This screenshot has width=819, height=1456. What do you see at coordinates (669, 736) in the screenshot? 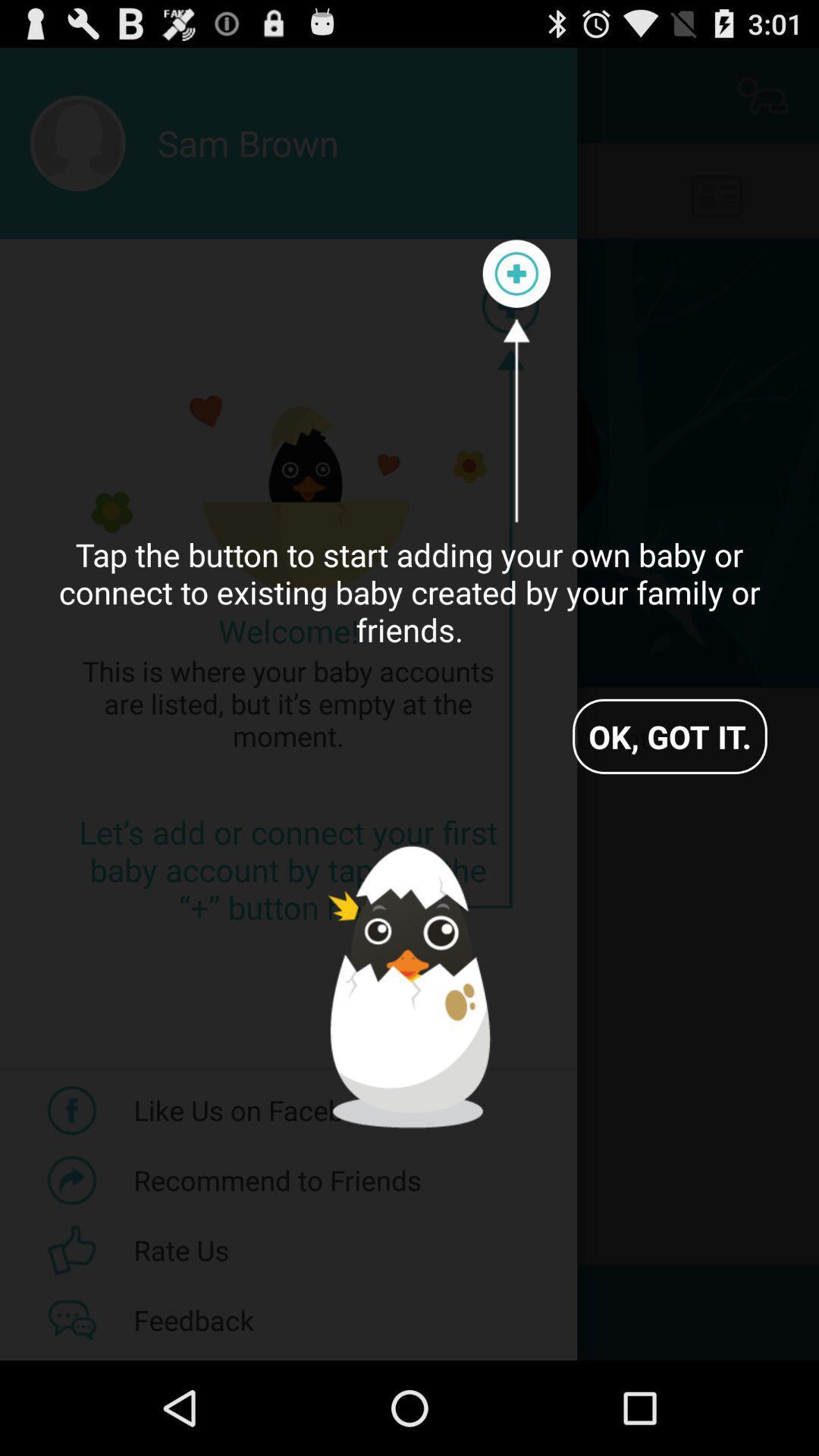
I see `the icon on the right` at bounding box center [669, 736].